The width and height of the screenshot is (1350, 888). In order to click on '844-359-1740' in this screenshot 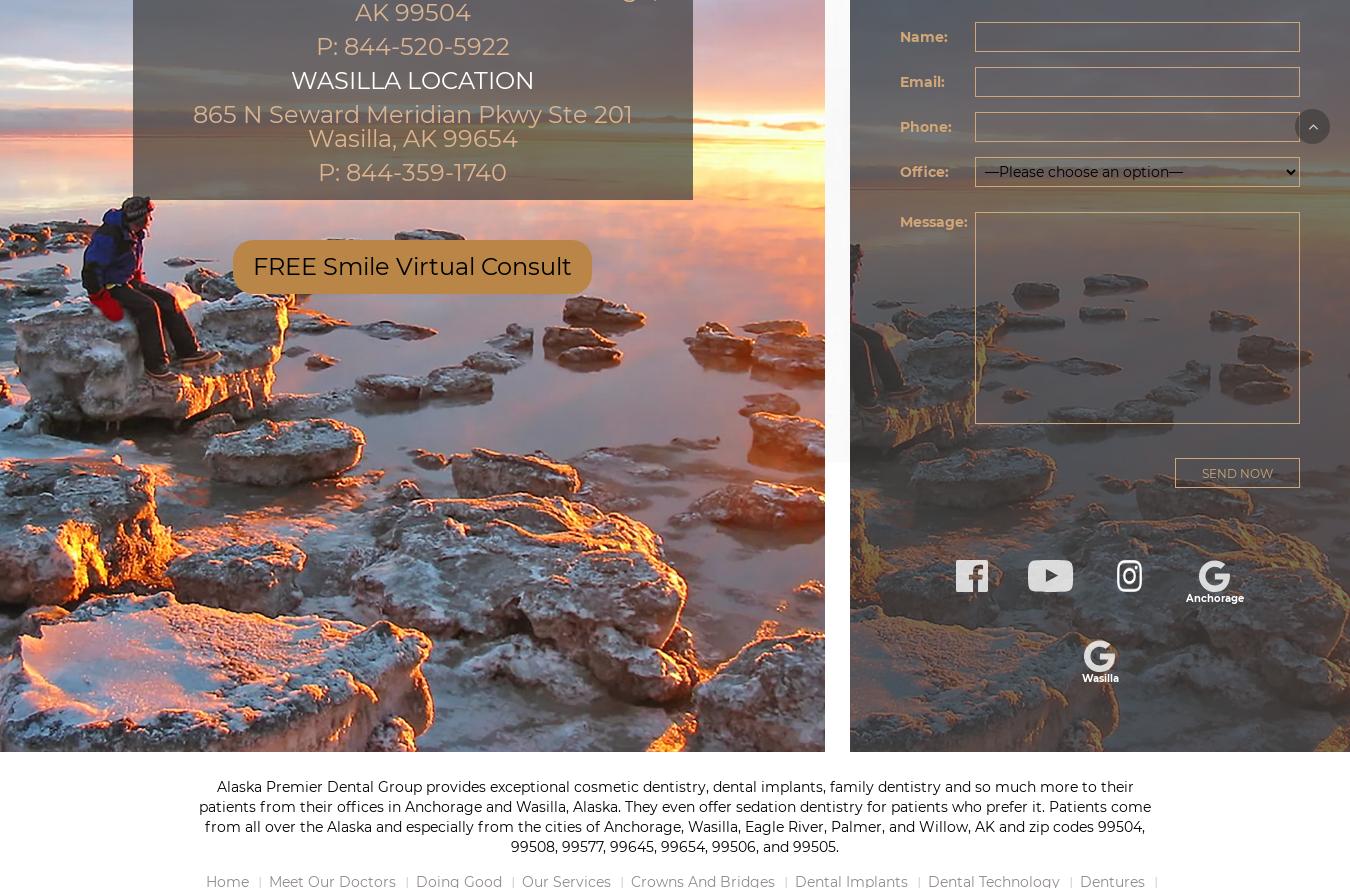, I will do `click(426, 170)`.